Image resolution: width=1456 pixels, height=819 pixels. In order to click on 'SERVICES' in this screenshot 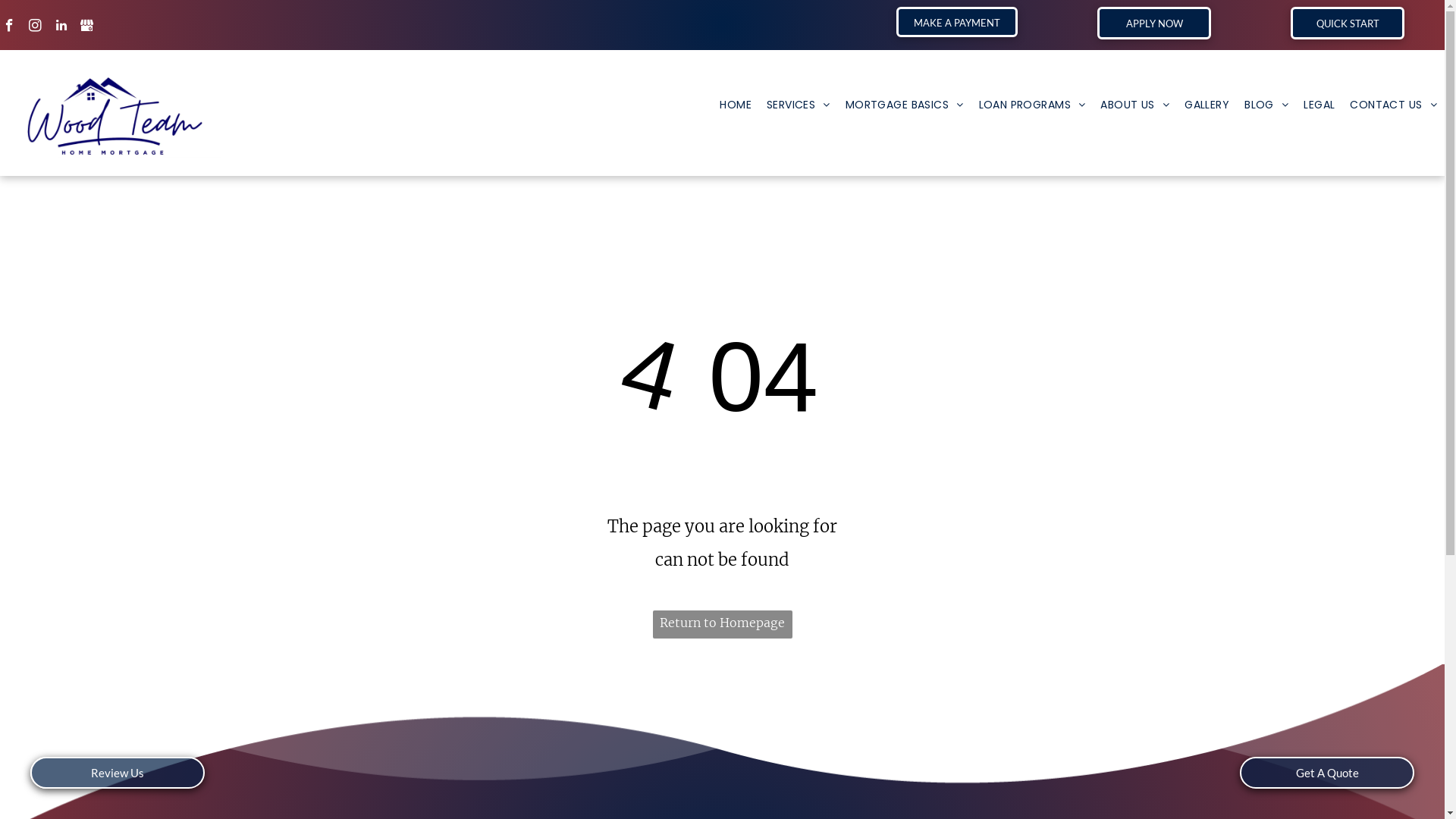, I will do `click(797, 104)`.